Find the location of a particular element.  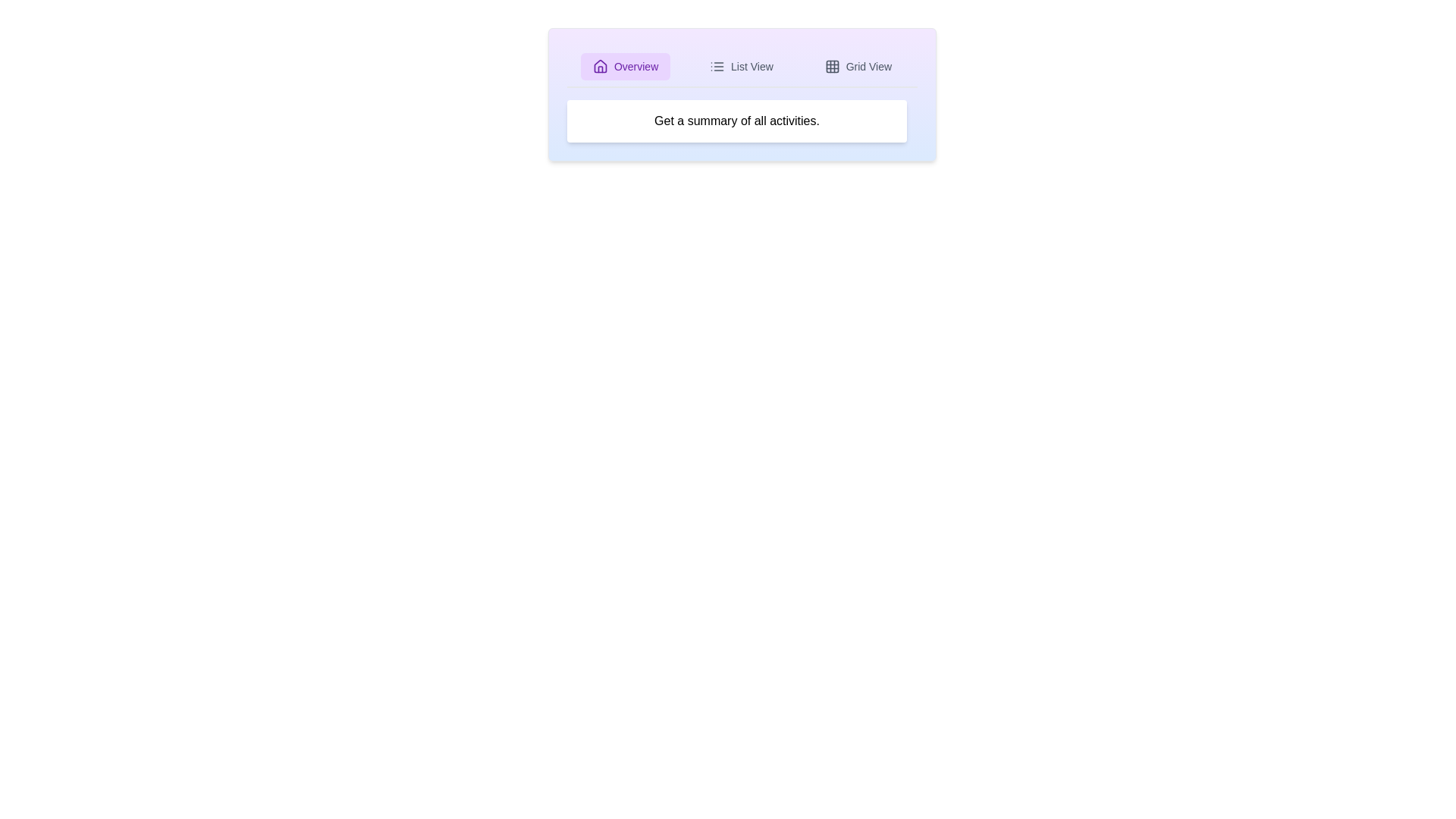

the tab Overview to observe the hover effect is located at coordinates (626, 66).